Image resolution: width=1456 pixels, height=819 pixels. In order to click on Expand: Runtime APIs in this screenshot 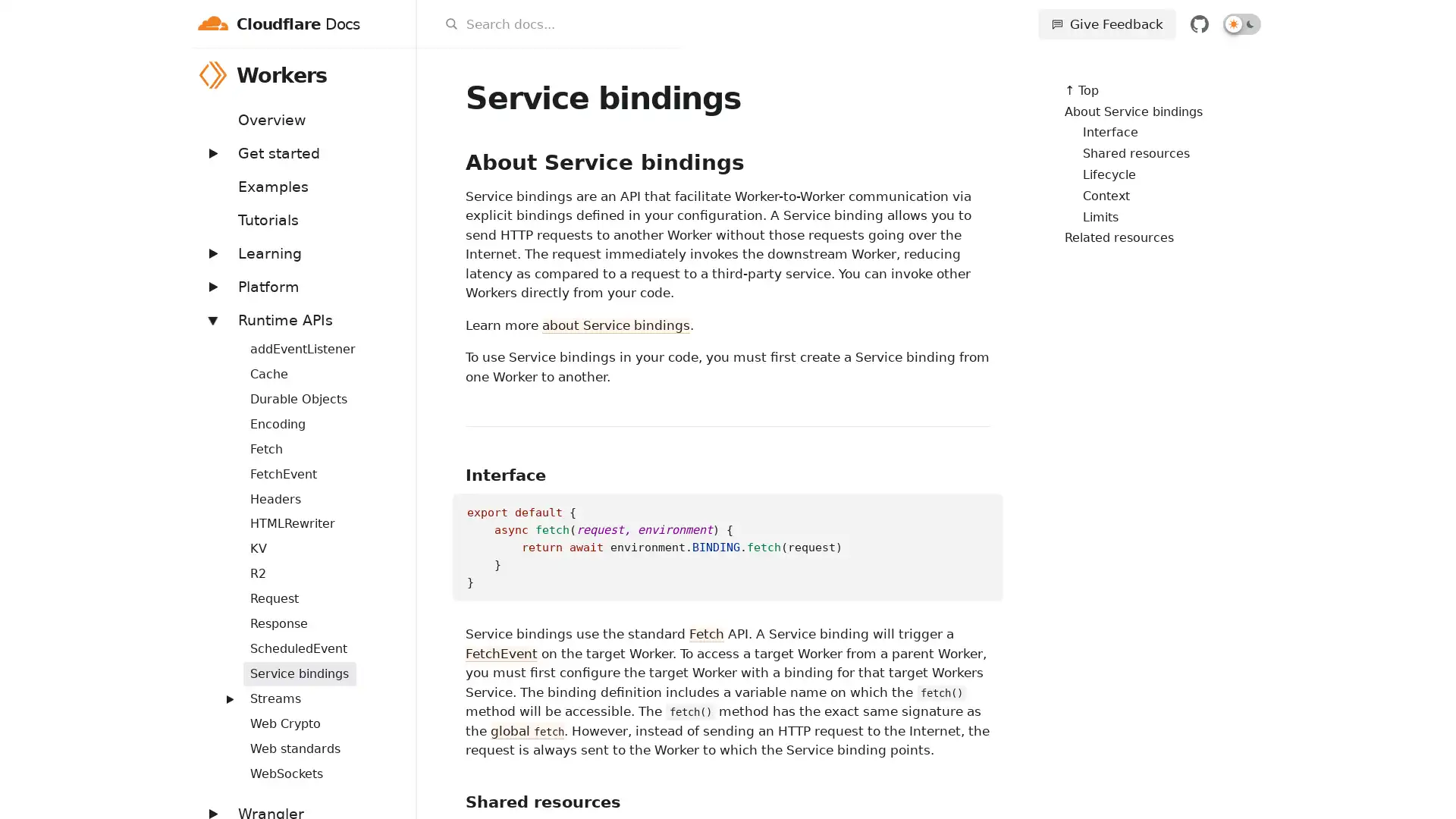, I will do `click(211, 318)`.